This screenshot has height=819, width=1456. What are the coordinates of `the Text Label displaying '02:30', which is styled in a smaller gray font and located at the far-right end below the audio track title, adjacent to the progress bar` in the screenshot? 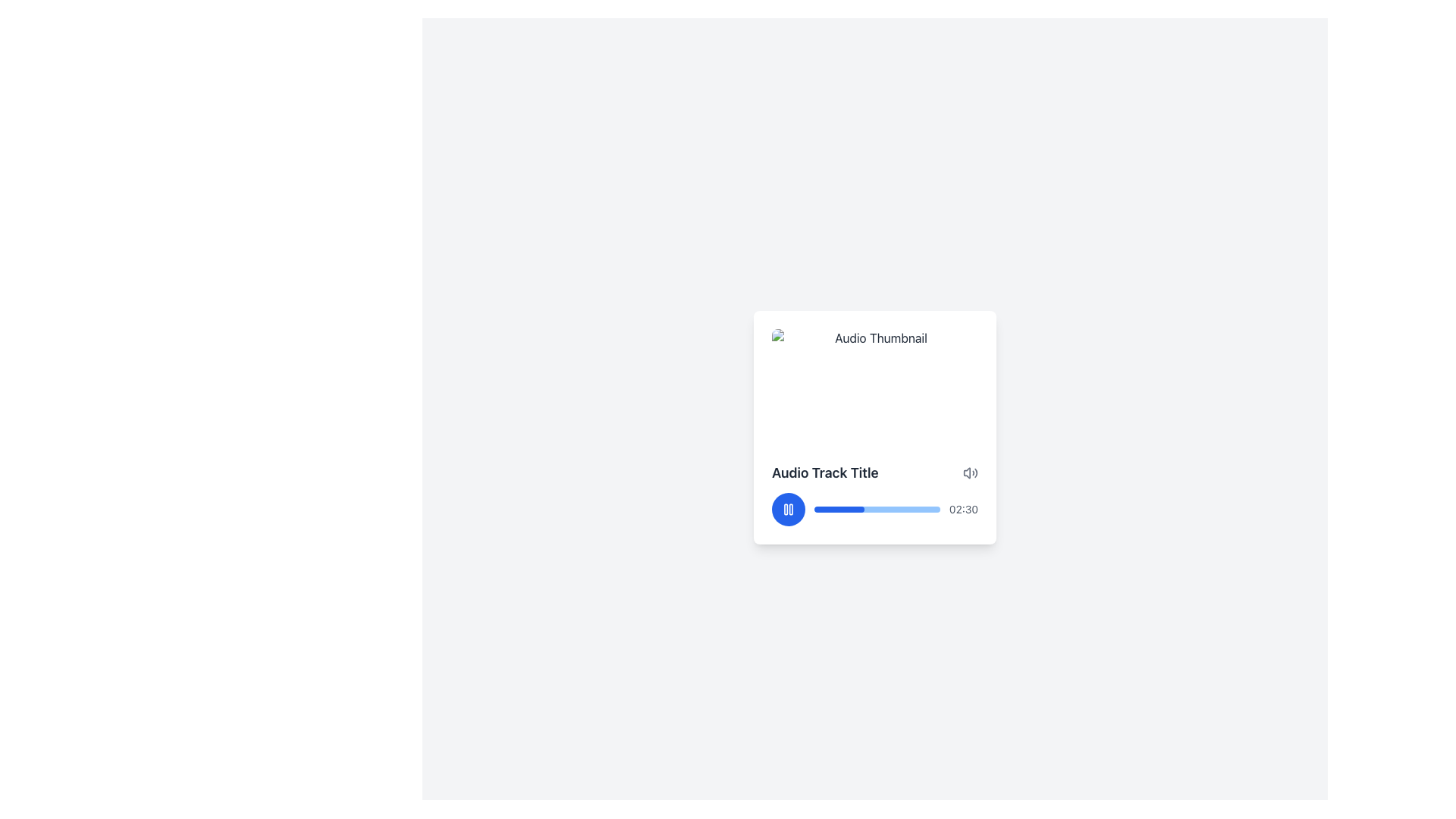 It's located at (962, 509).